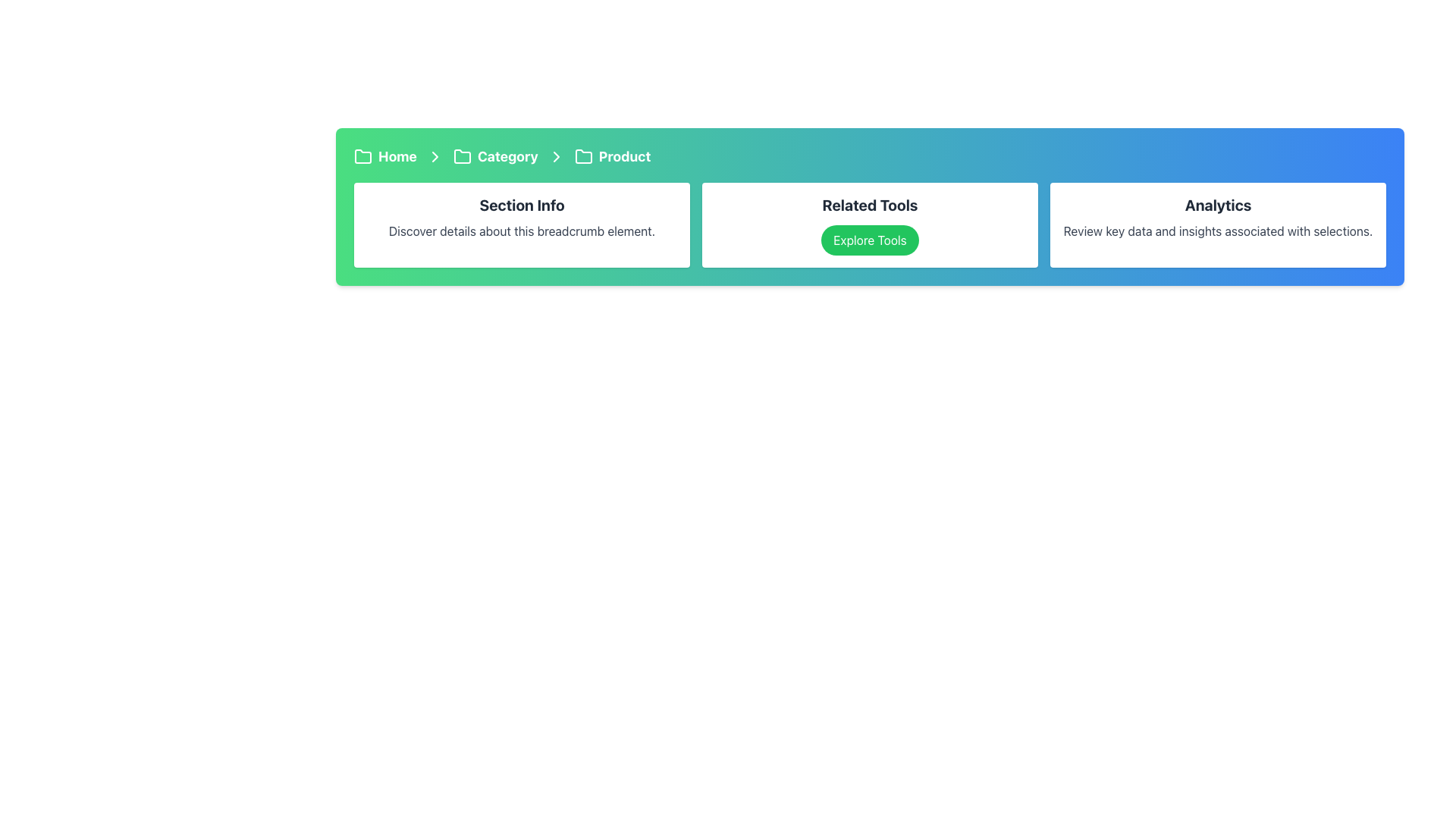  What do you see at coordinates (555, 157) in the screenshot?
I see `the second right-facing Chevron icon in the breadcrumb navigation bar, which visually separates the 'Category' and 'Product' breadcrumb items` at bounding box center [555, 157].